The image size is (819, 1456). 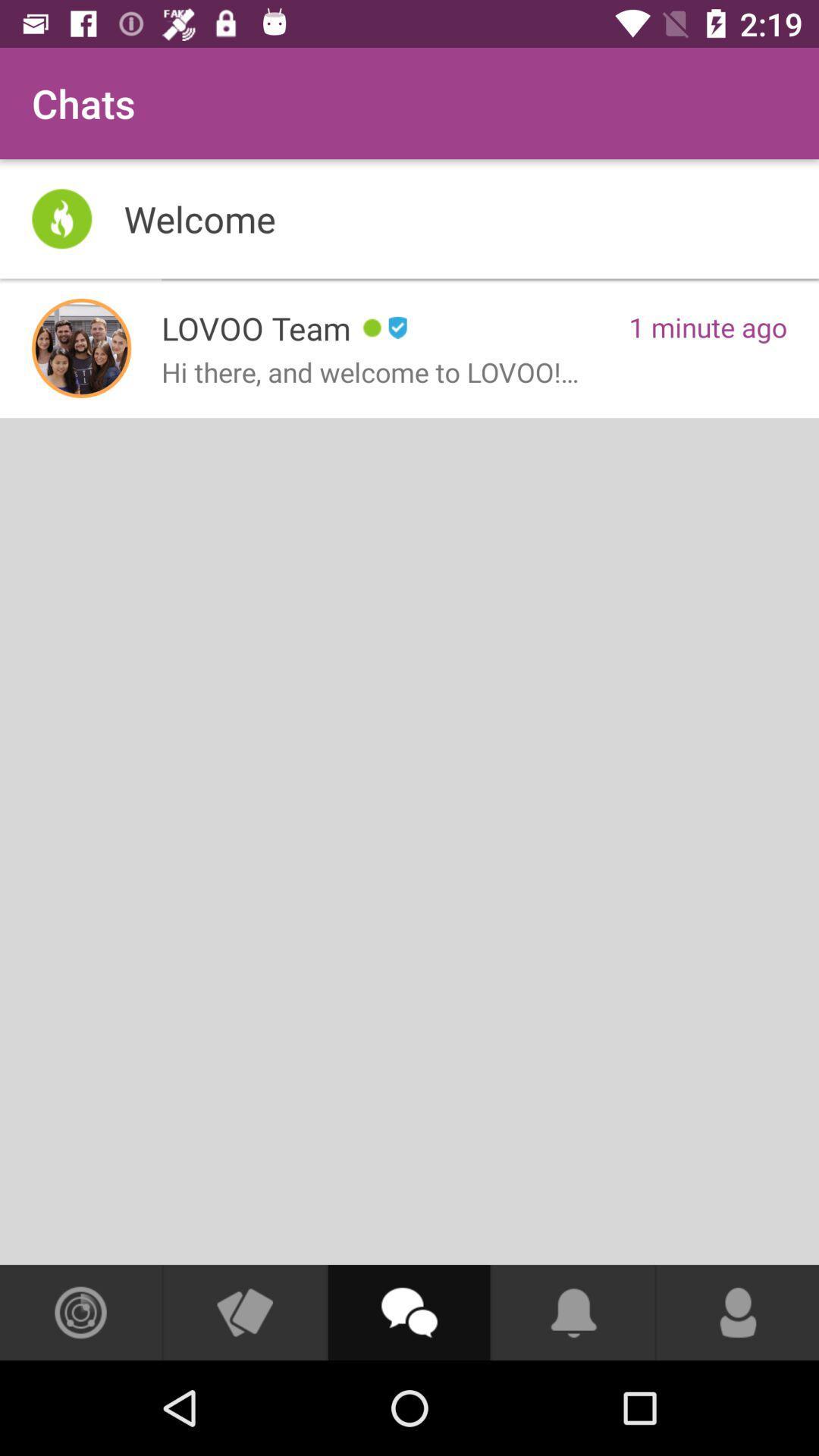 I want to click on see lovoo team info, so click(x=81, y=347).